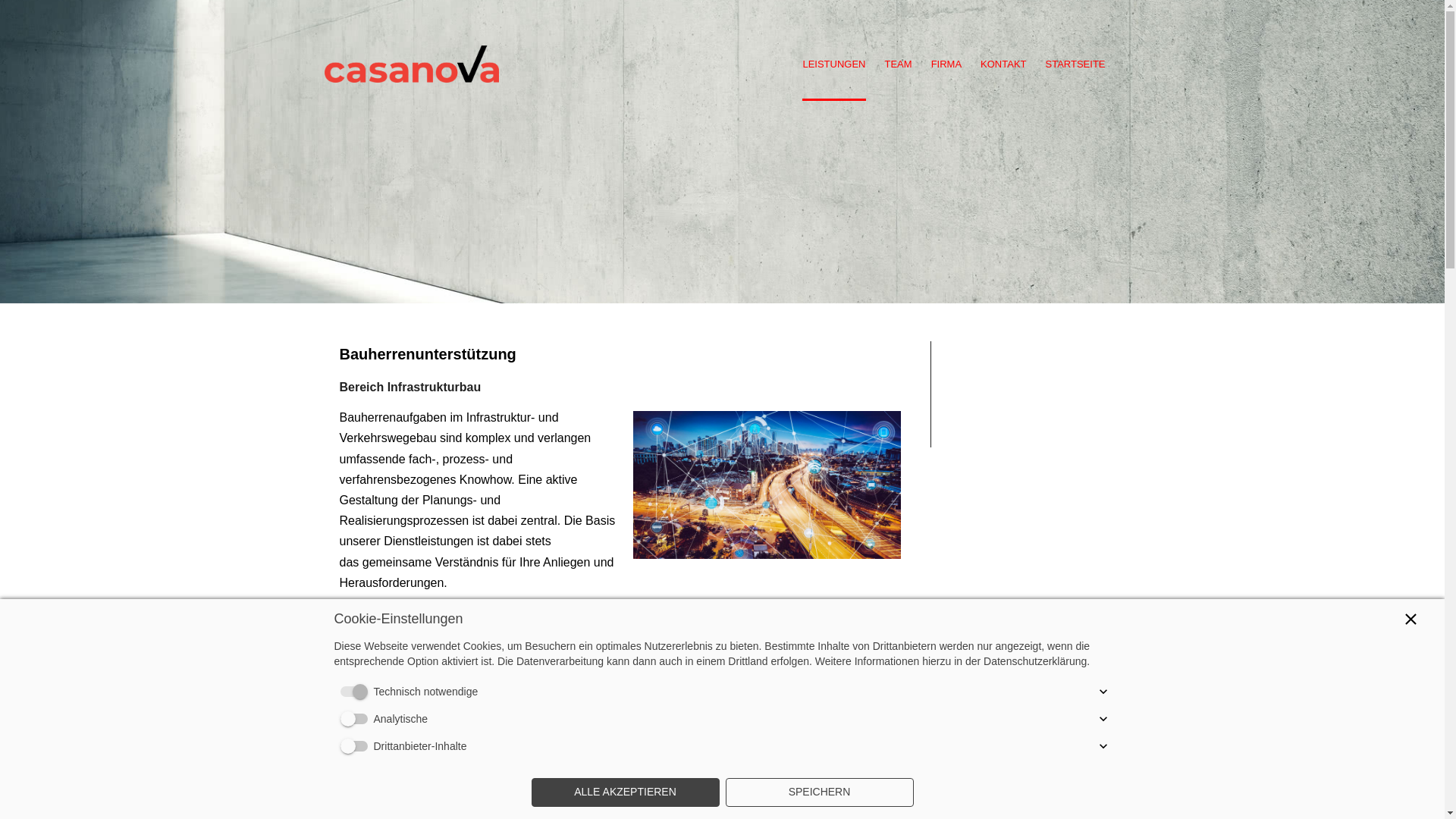  Describe the element at coordinates (898, 64) in the screenshot. I see `'TEAM'` at that location.